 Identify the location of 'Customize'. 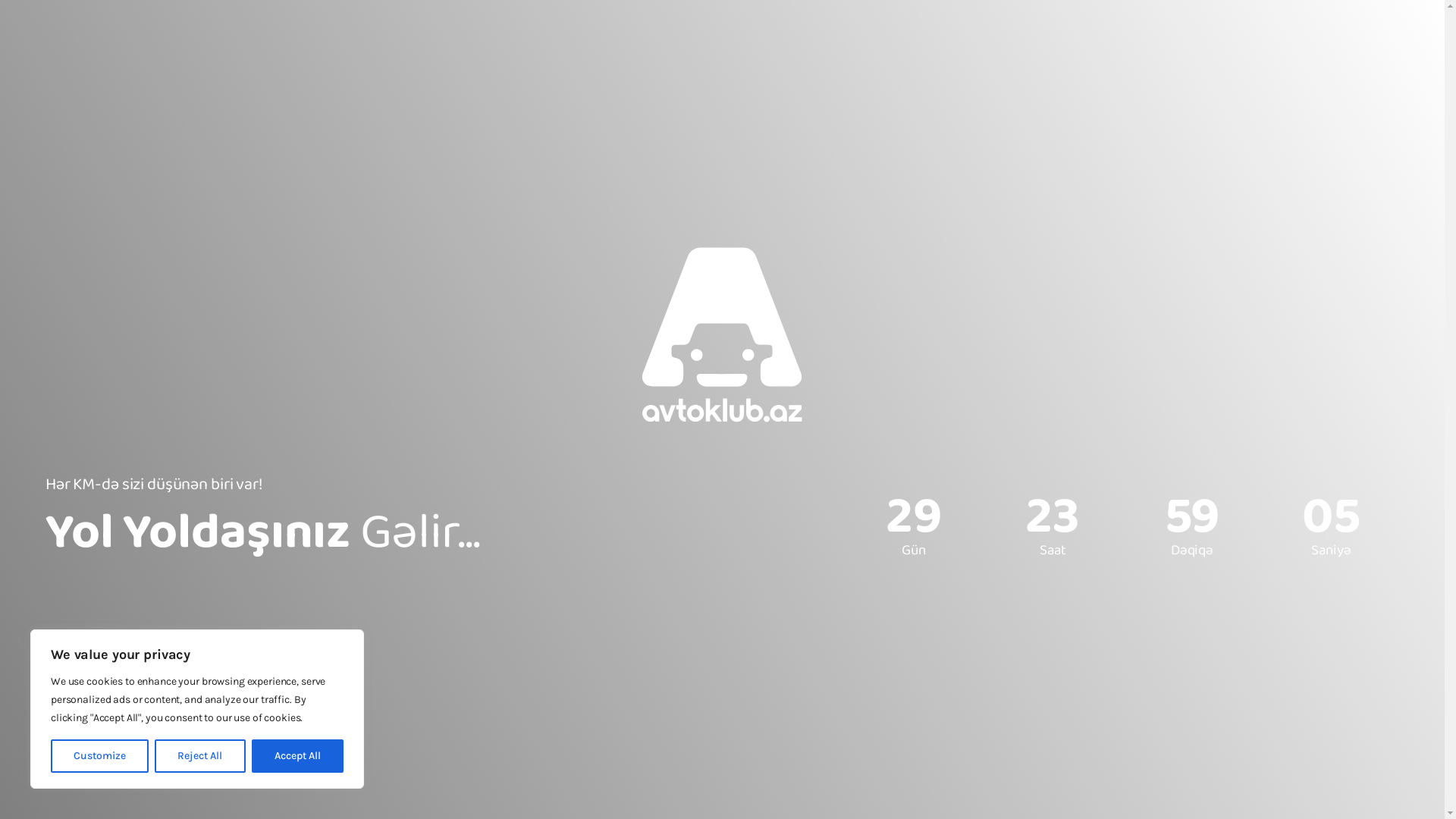
(99, 755).